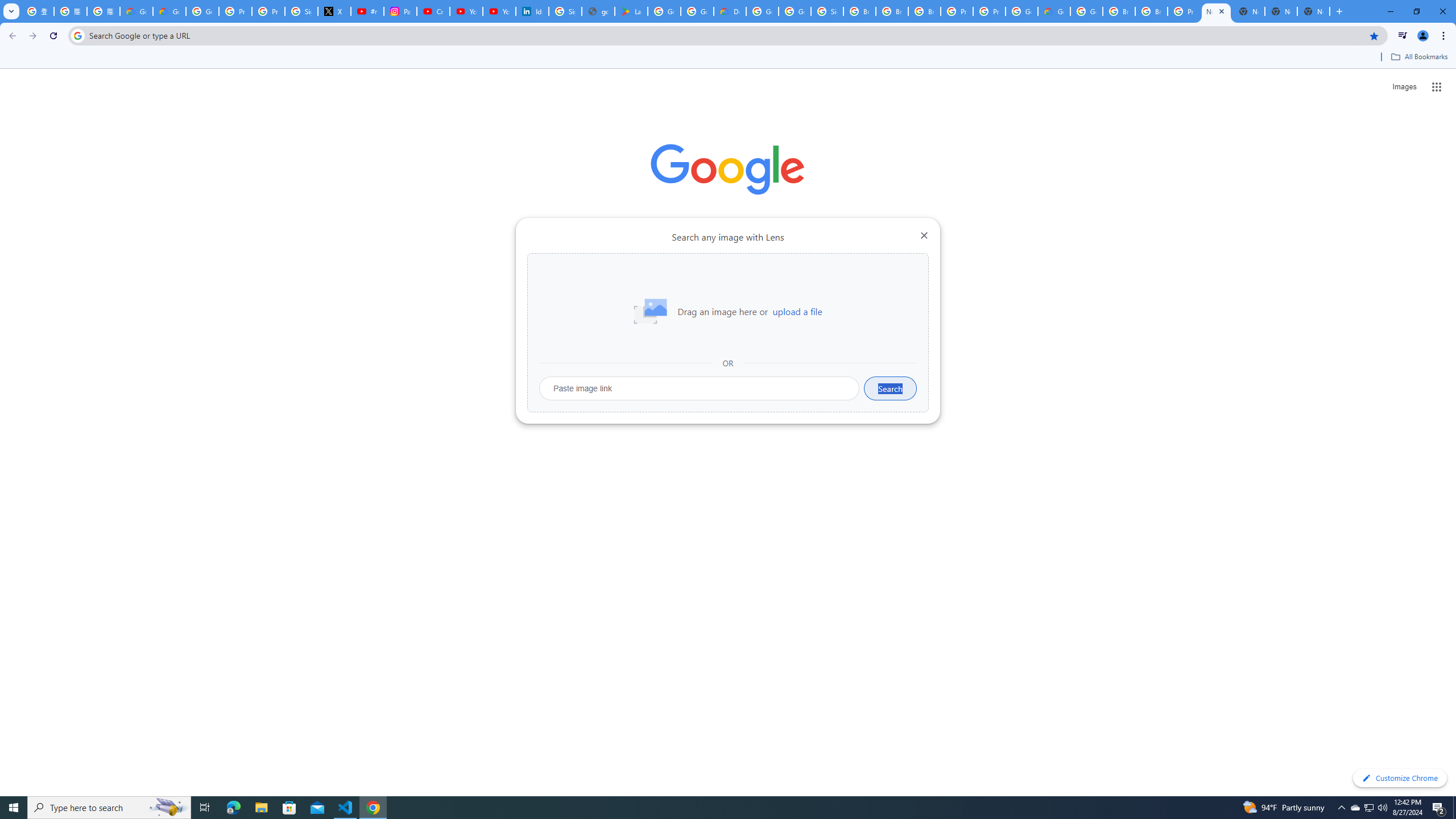 Image resolution: width=1456 pixels, height=819 pixels. Describe the element at coordinates (1314, 11) in the screenshot. I see `'New Tab'` at that location.